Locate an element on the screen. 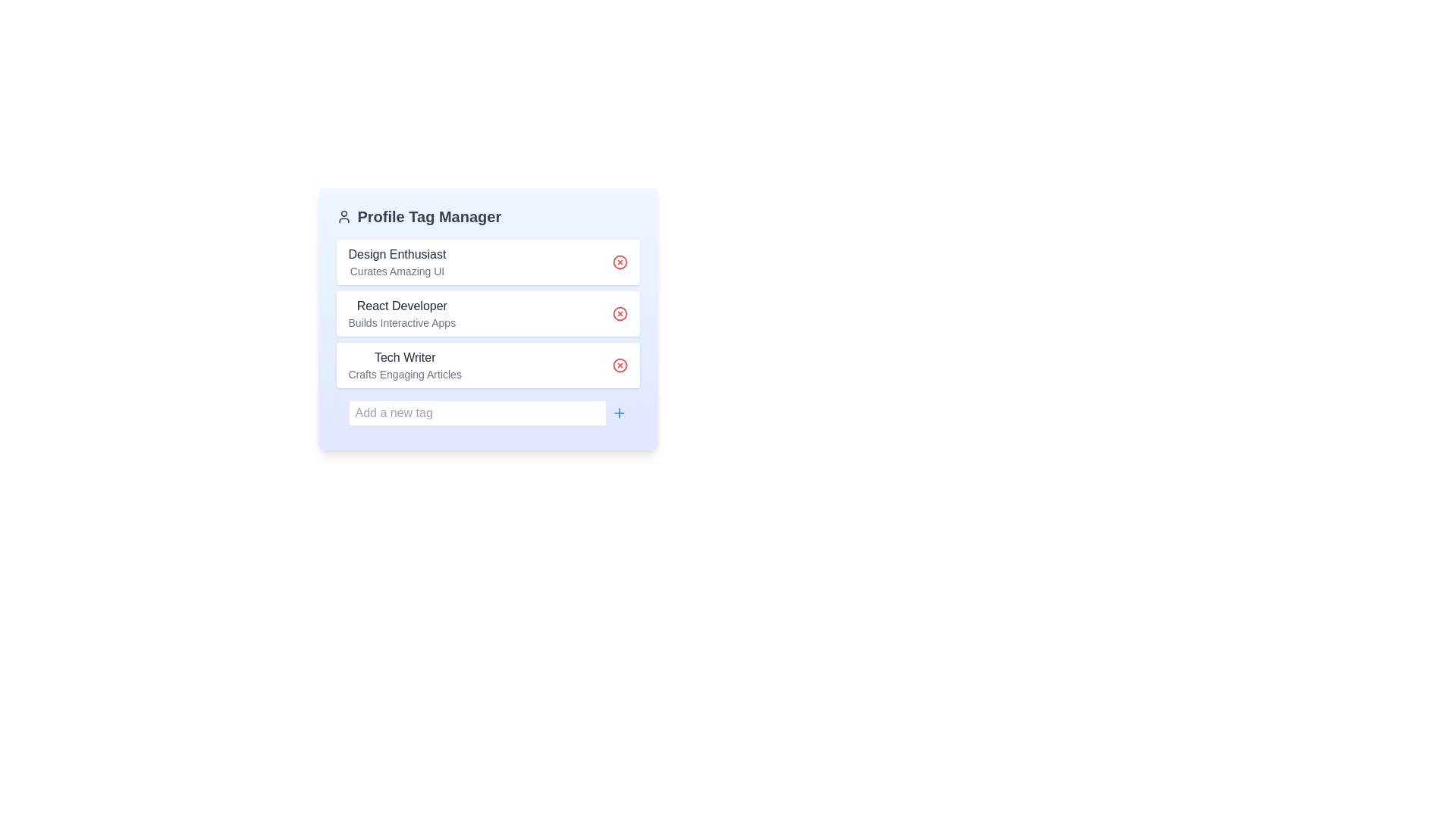 This screenshot has width=1456, height=819. the delete button for the tag named React Developer is located at coordinates (620, 312).